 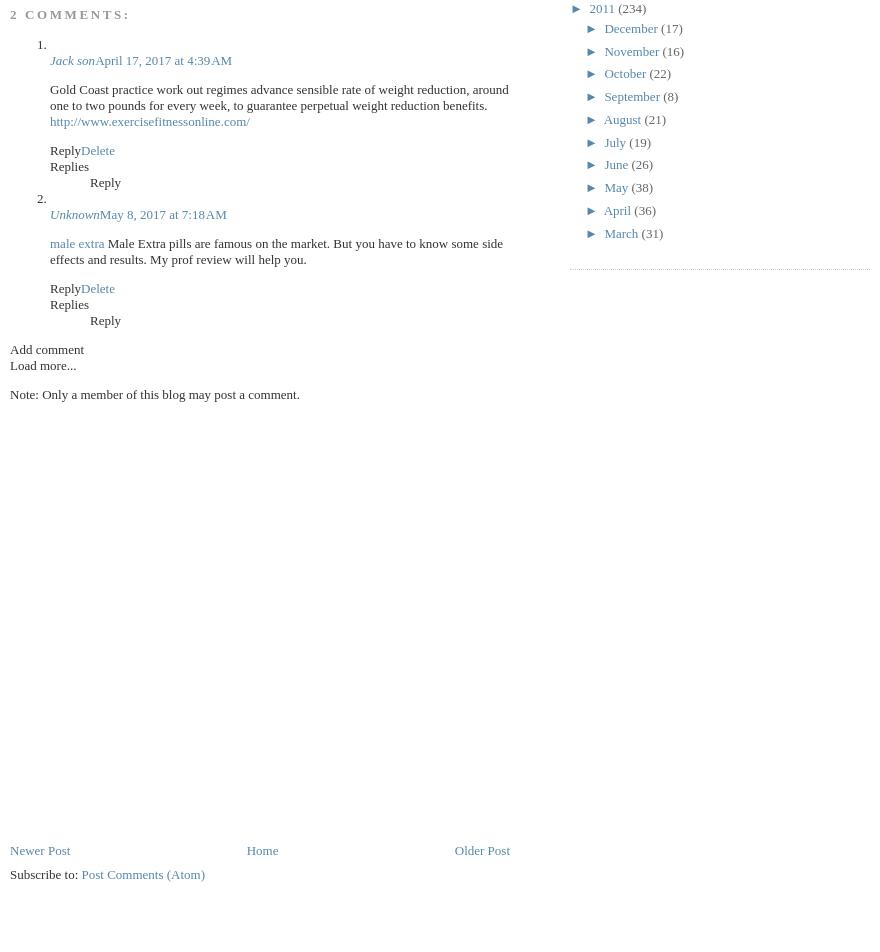 I want to click on 'Home', so click(x=261, y=849).